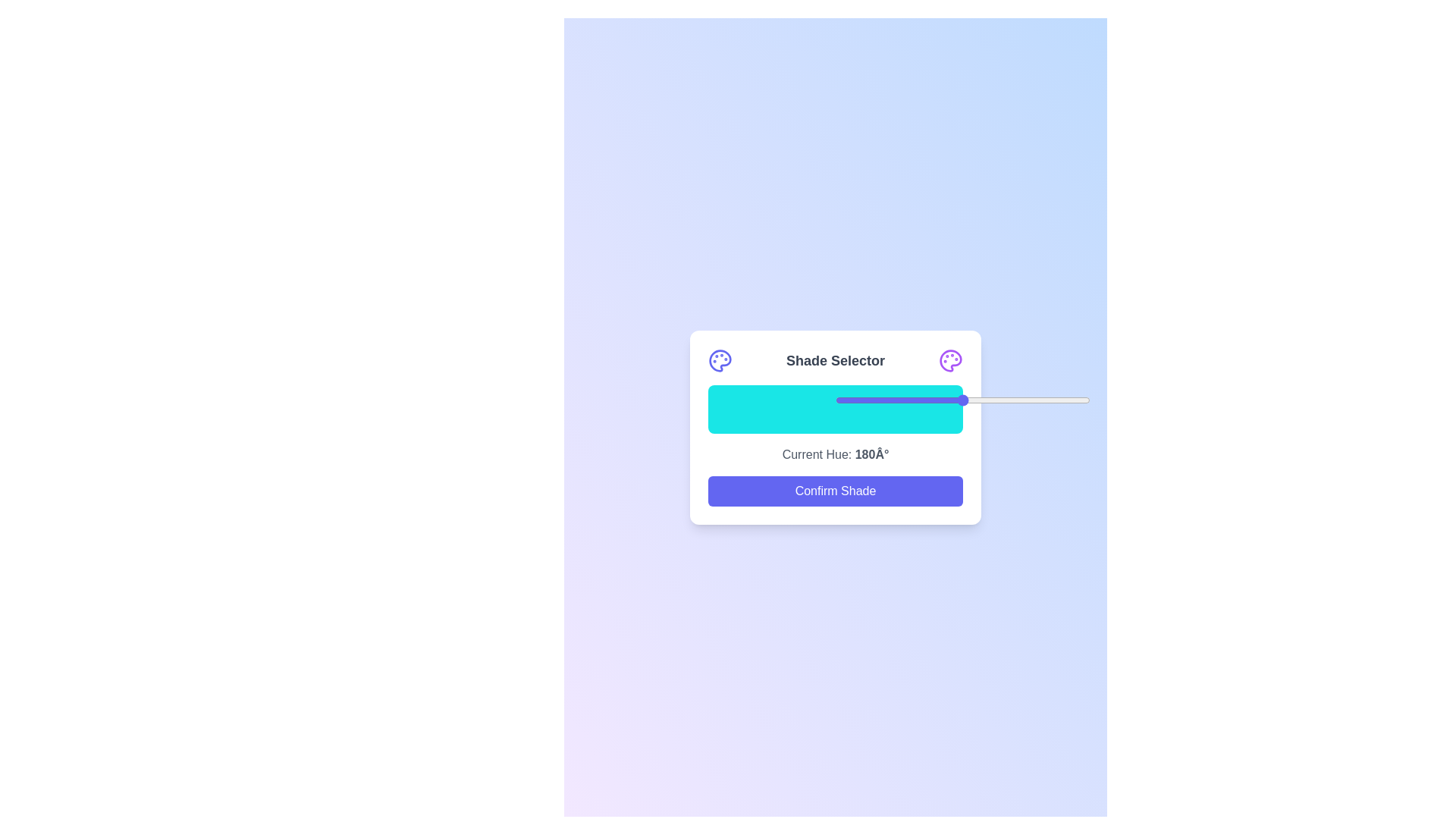 The height and width of the screenshot is (819, 1456). I want to click on the slider to set the shade to 37%, so click(929, 400).